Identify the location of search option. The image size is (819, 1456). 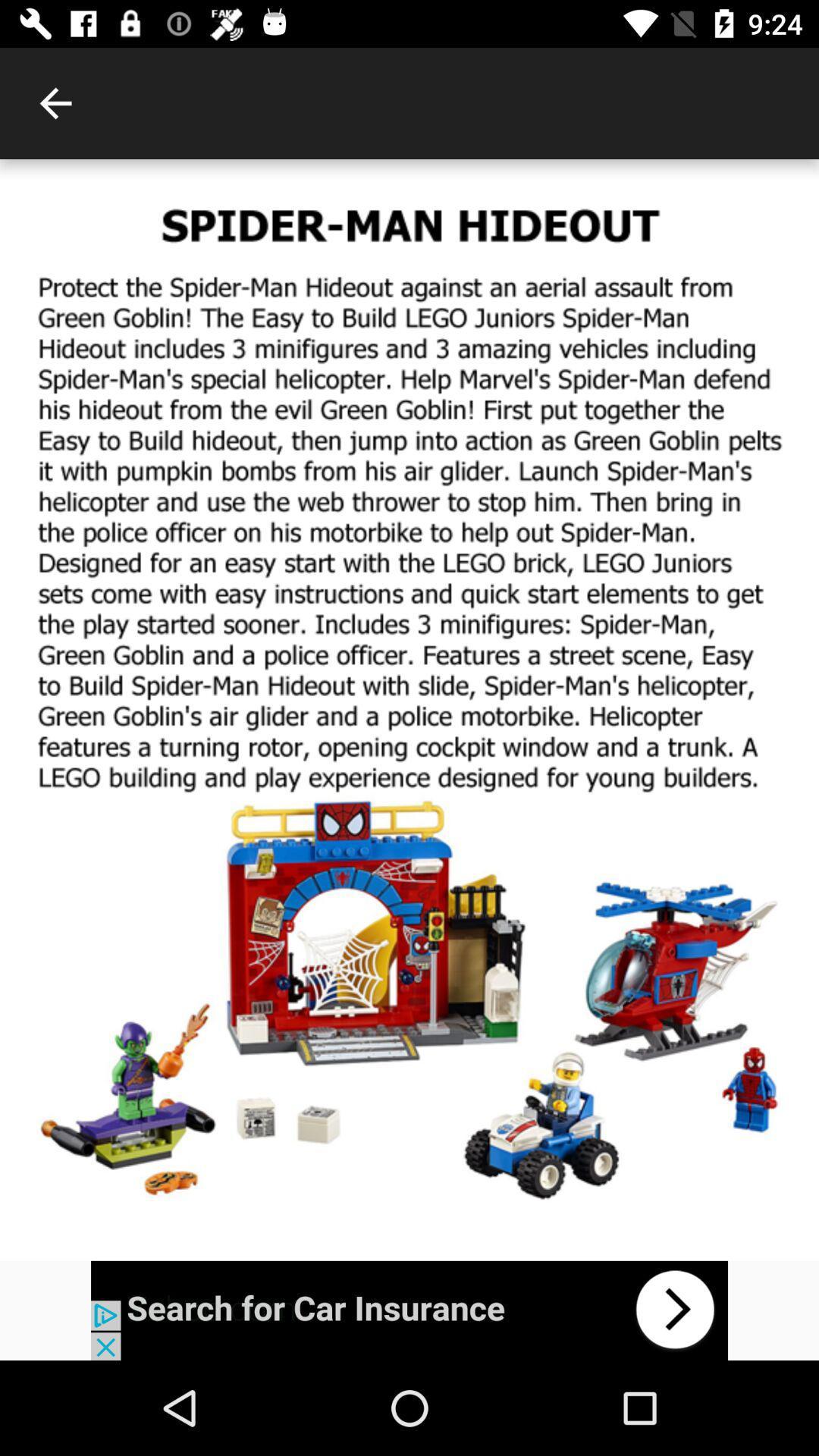
(409, 1310).